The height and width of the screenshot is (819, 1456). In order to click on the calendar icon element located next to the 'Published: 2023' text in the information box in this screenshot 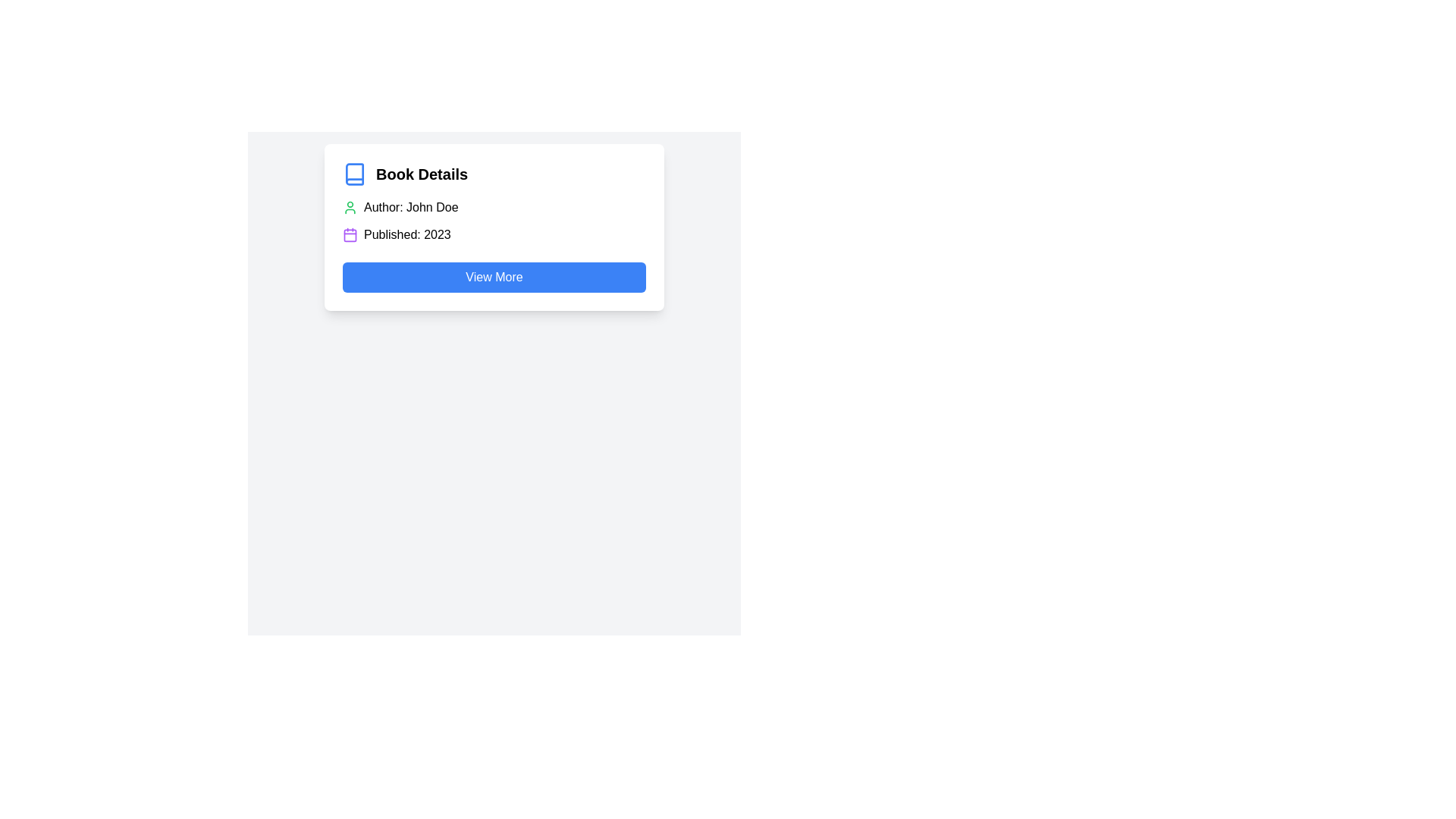, I will do `click(349, 234)`.